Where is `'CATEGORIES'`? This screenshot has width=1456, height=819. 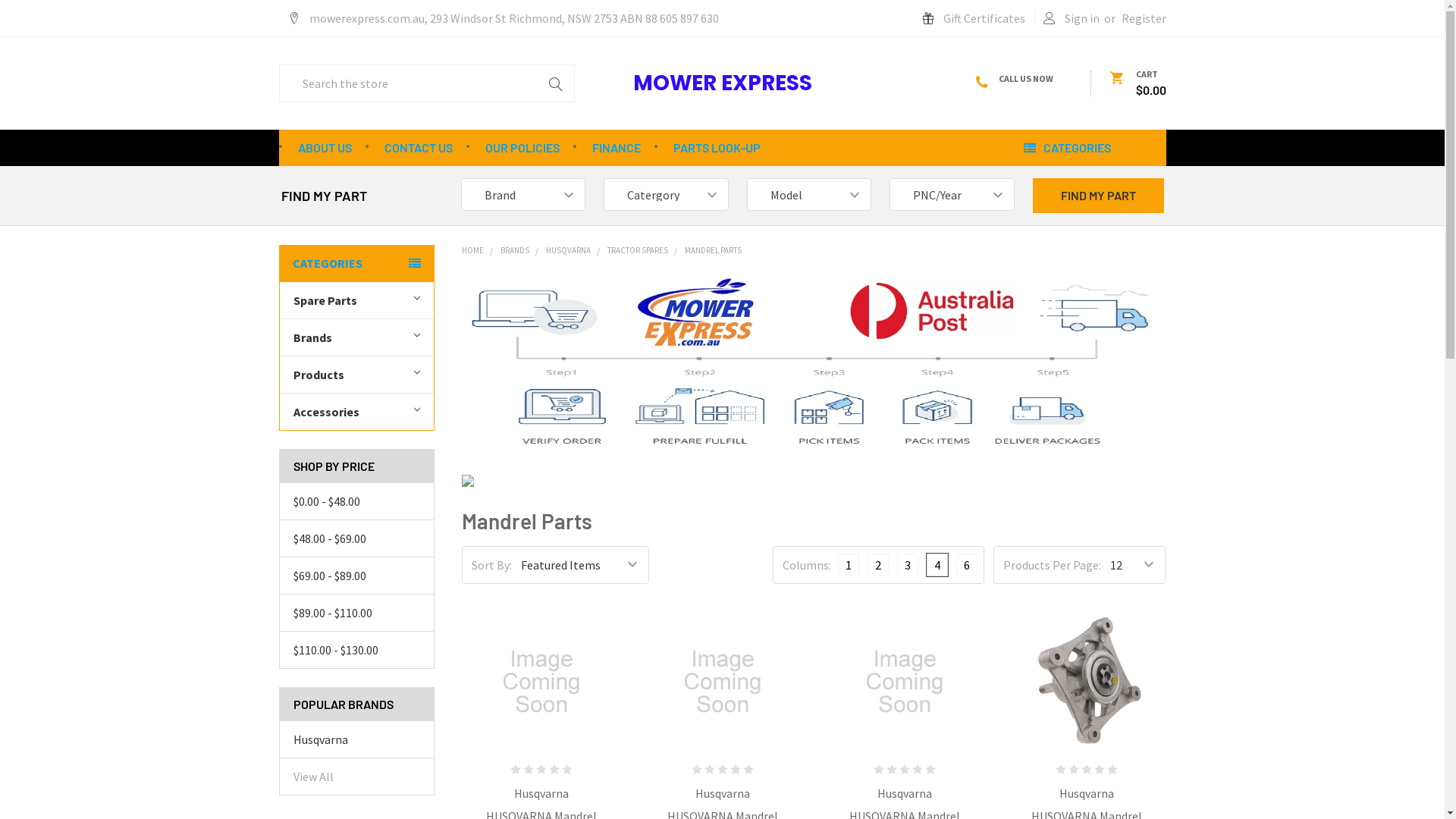 'CATEGORIES' is located at coordinates (1087, 148).